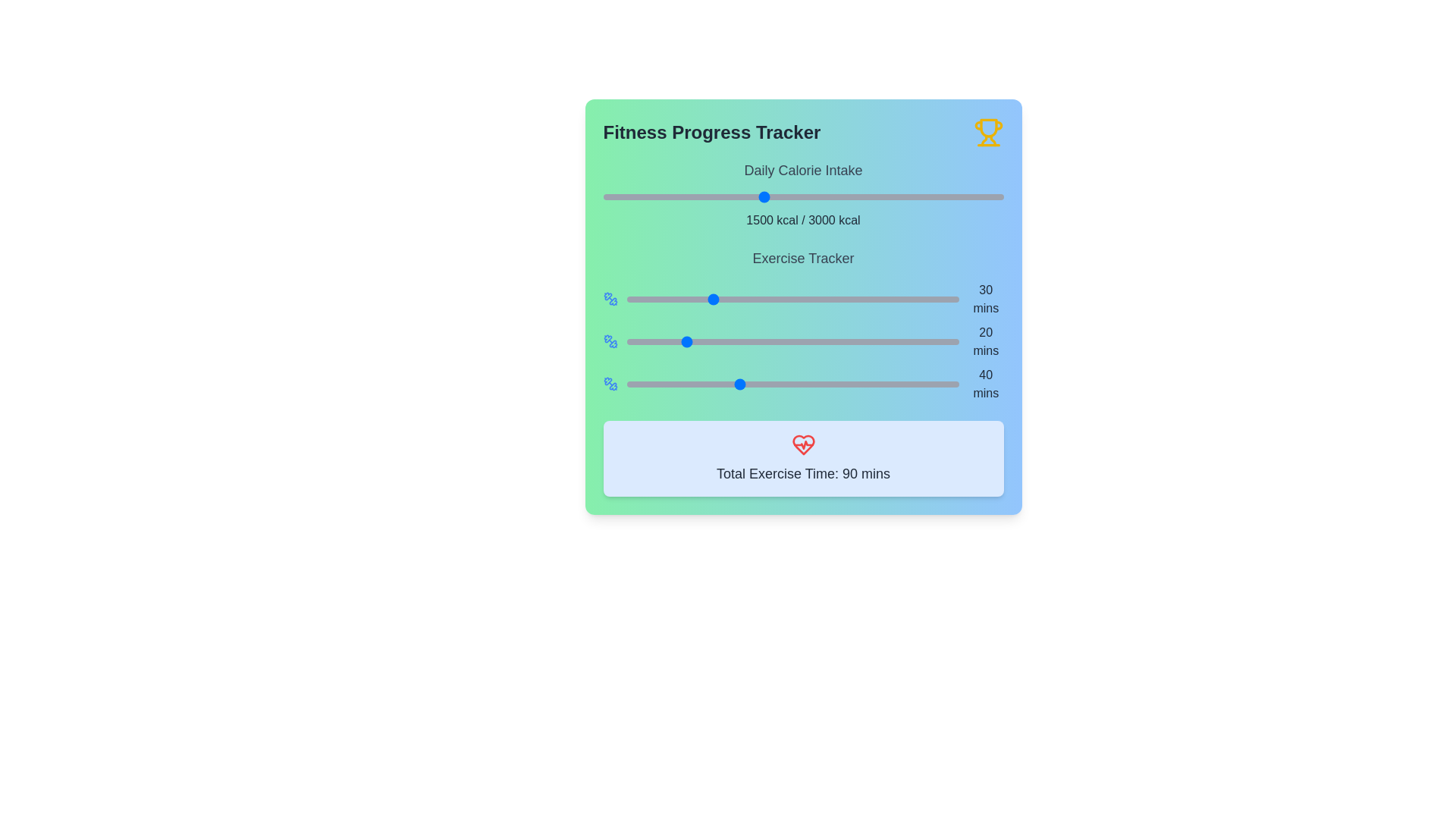  What do you see at coordinates (848, 196) in the screenshot?
I see `calorie intake` at bounding box center [848, 196].